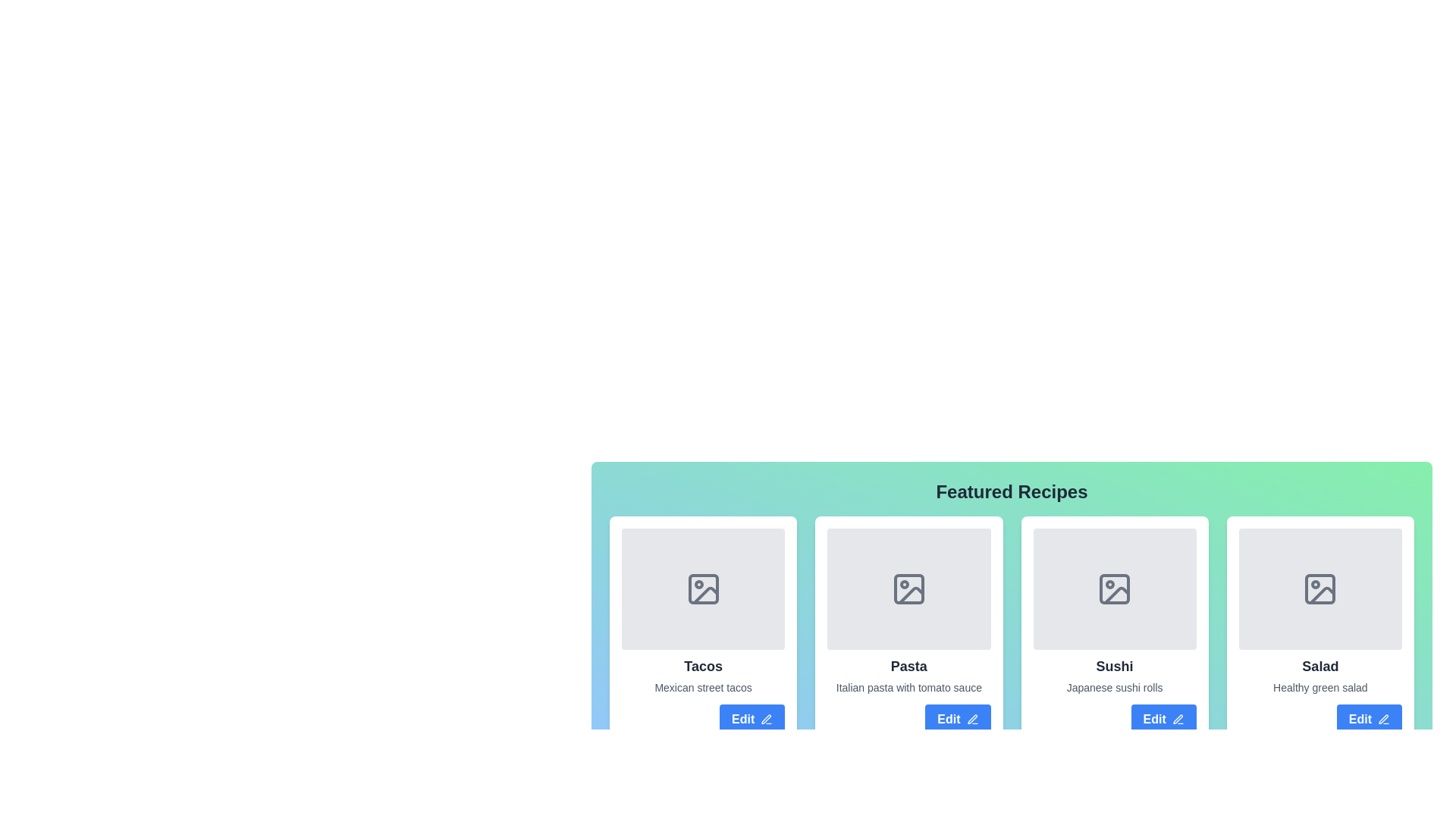 Image resolution: width=1456 pixels, height=819 pixels. Describe the element at coordinates (1115, 588) in the screenshot. I see `the image icon representing the 'Sushi' card, which is the central feature of the third card in the 'Featured Recipes' section` at that location.